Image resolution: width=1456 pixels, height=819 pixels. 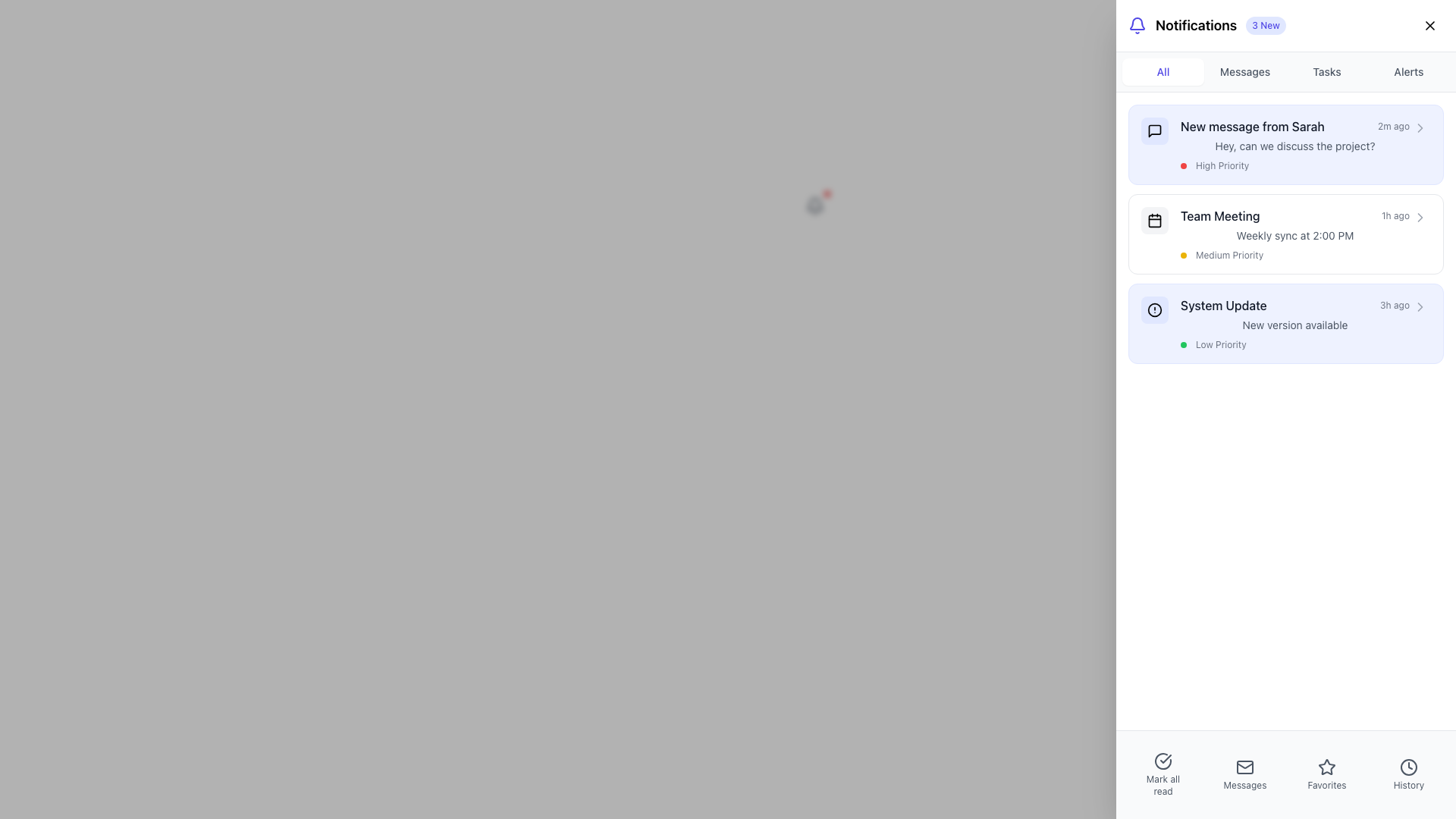 What do you see at coordinates (1137, 26) in the screenshot?
I see `the bell-shaped notification icon with a blue outline located at the top right corner of the interface` at bounding box center [1137, 26].